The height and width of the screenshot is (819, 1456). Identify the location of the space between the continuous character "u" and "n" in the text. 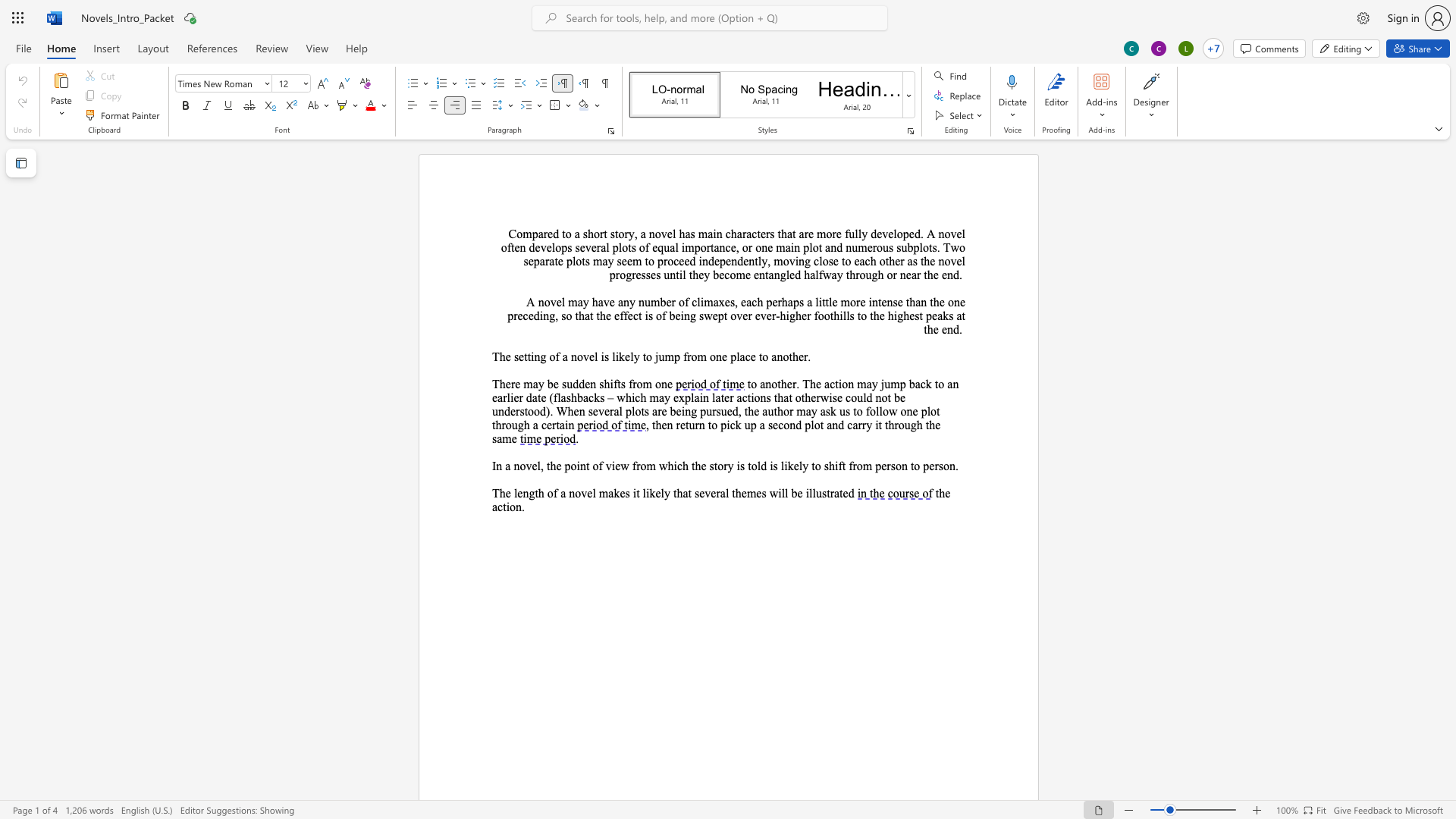
(498, 411).